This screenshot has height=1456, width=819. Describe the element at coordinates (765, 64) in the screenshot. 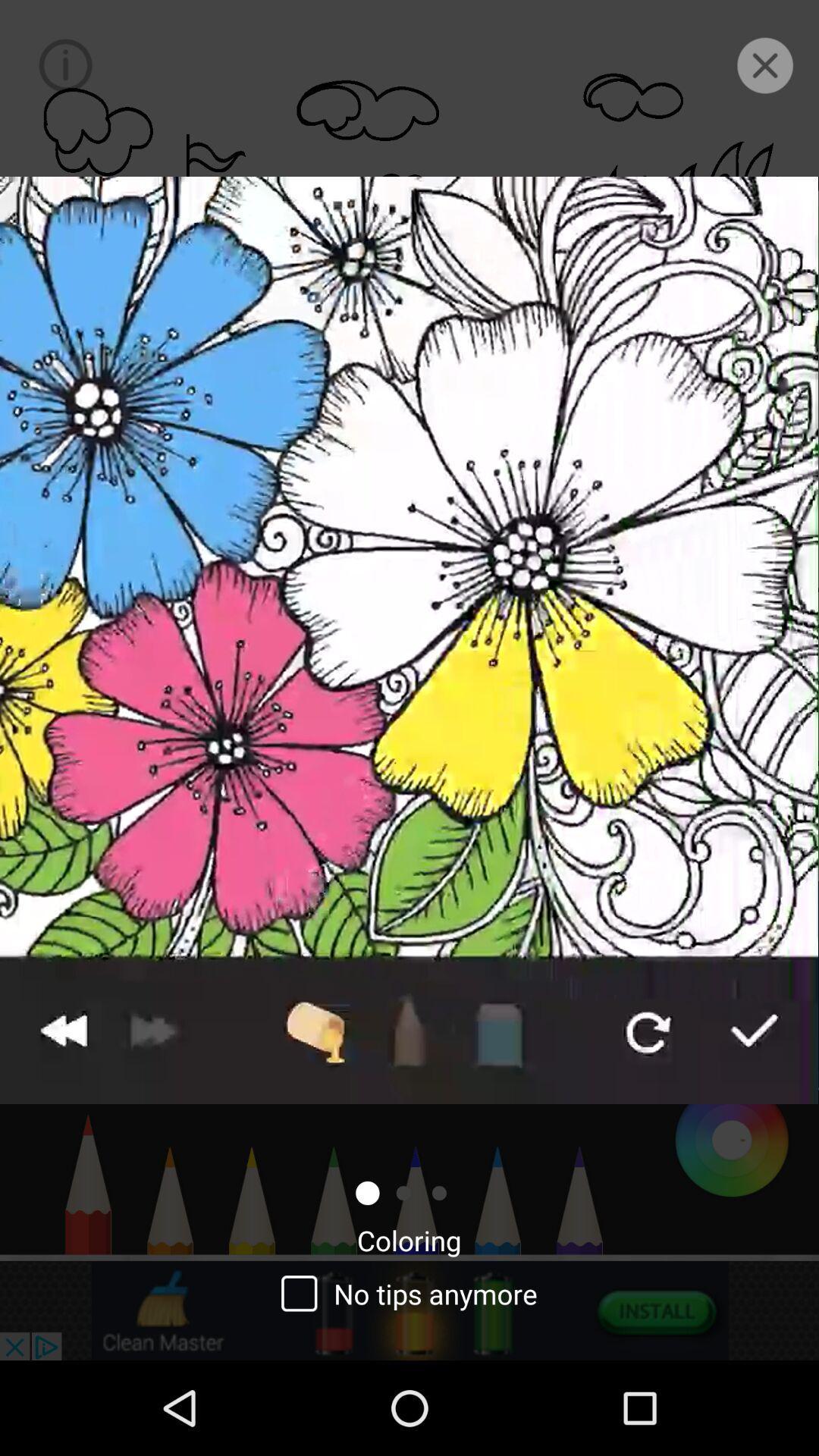

I see `the close icon` at that location.